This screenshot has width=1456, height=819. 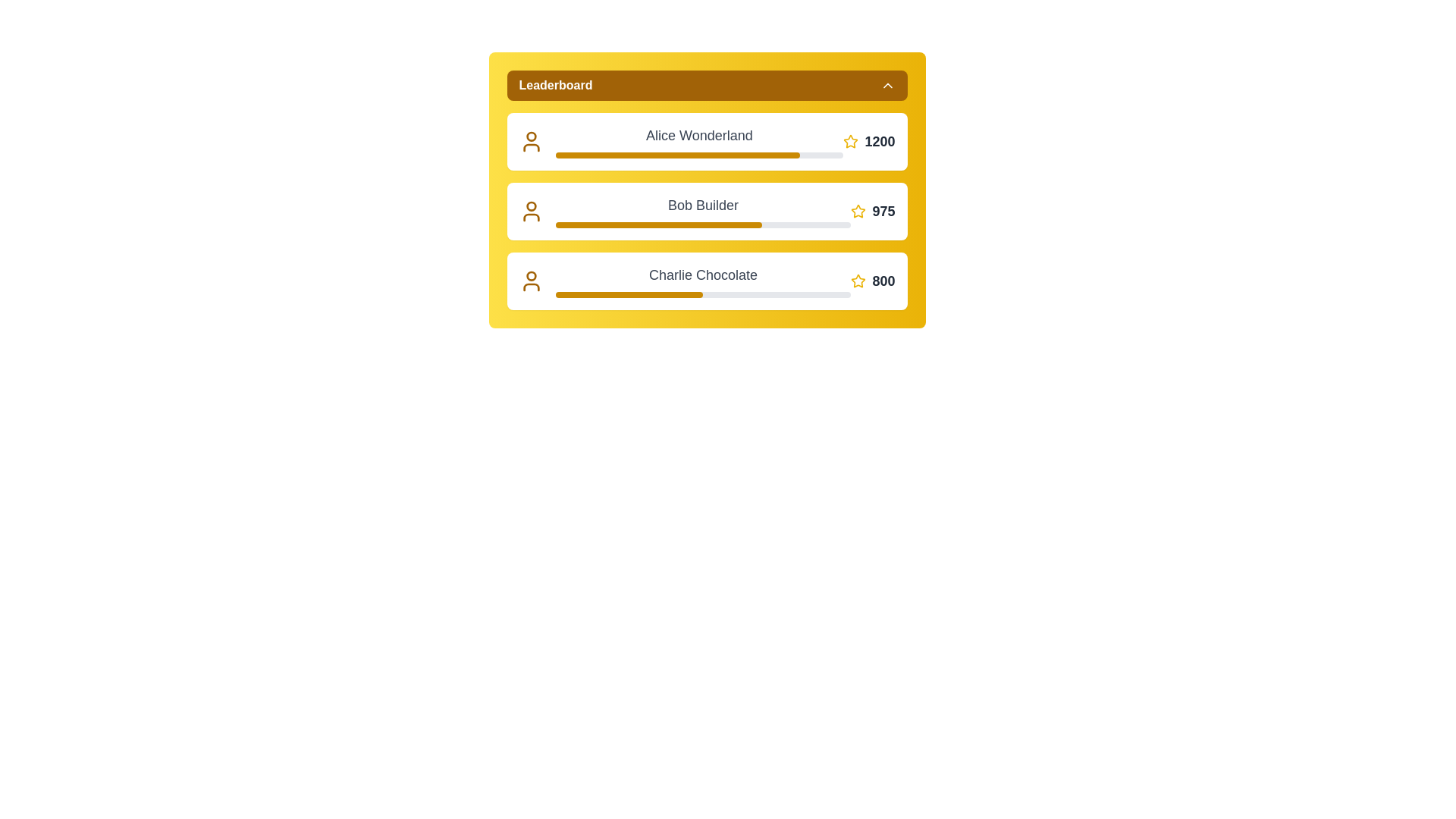 I want to click on the score label displaying the user's score in the leaderboard, which is located to the right of the star icon in the first leaderboard item, so click(x=880, y=141).